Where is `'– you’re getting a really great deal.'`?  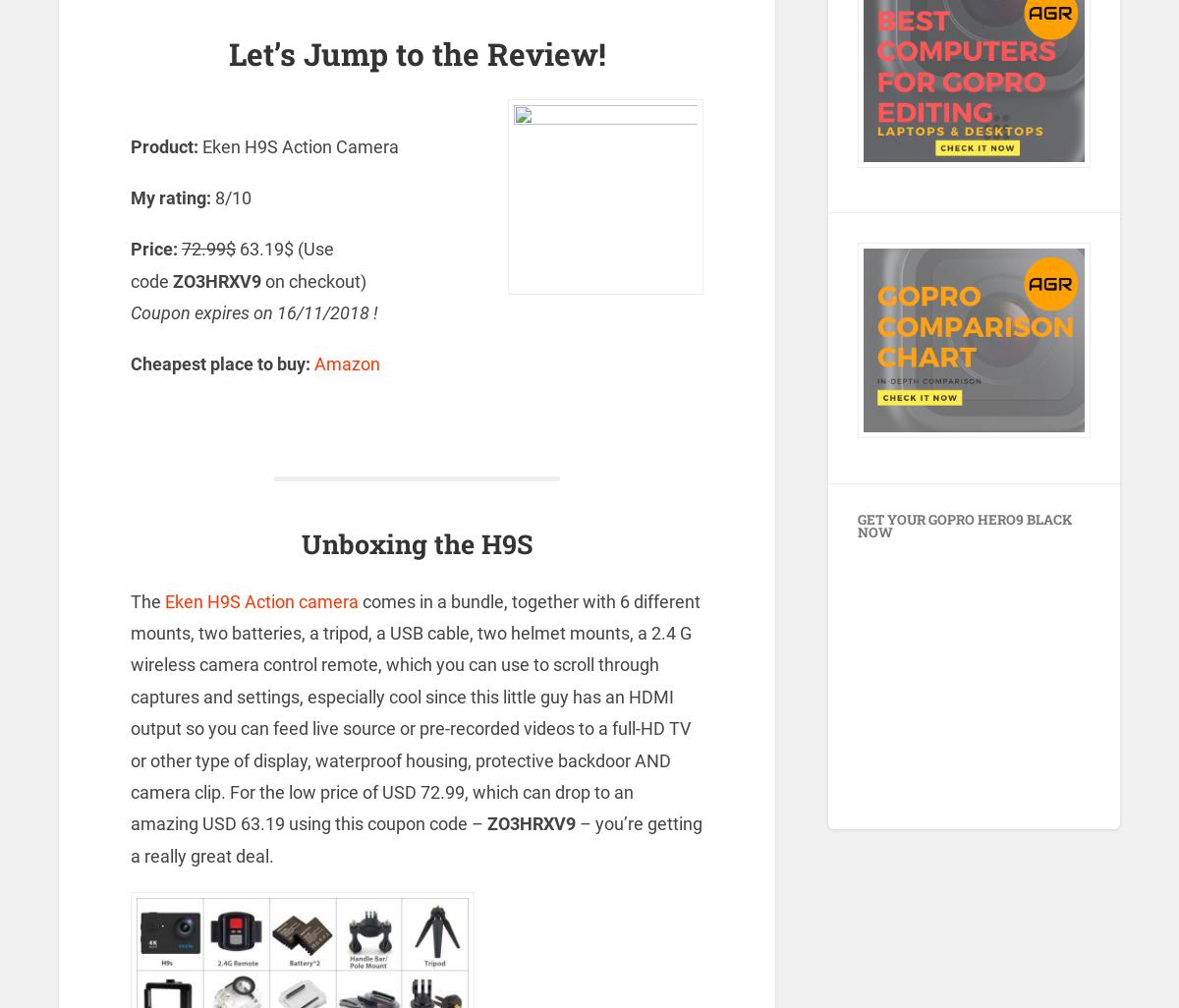 '– you’re getting a really great deal.' is located at coordinates (416, 839).